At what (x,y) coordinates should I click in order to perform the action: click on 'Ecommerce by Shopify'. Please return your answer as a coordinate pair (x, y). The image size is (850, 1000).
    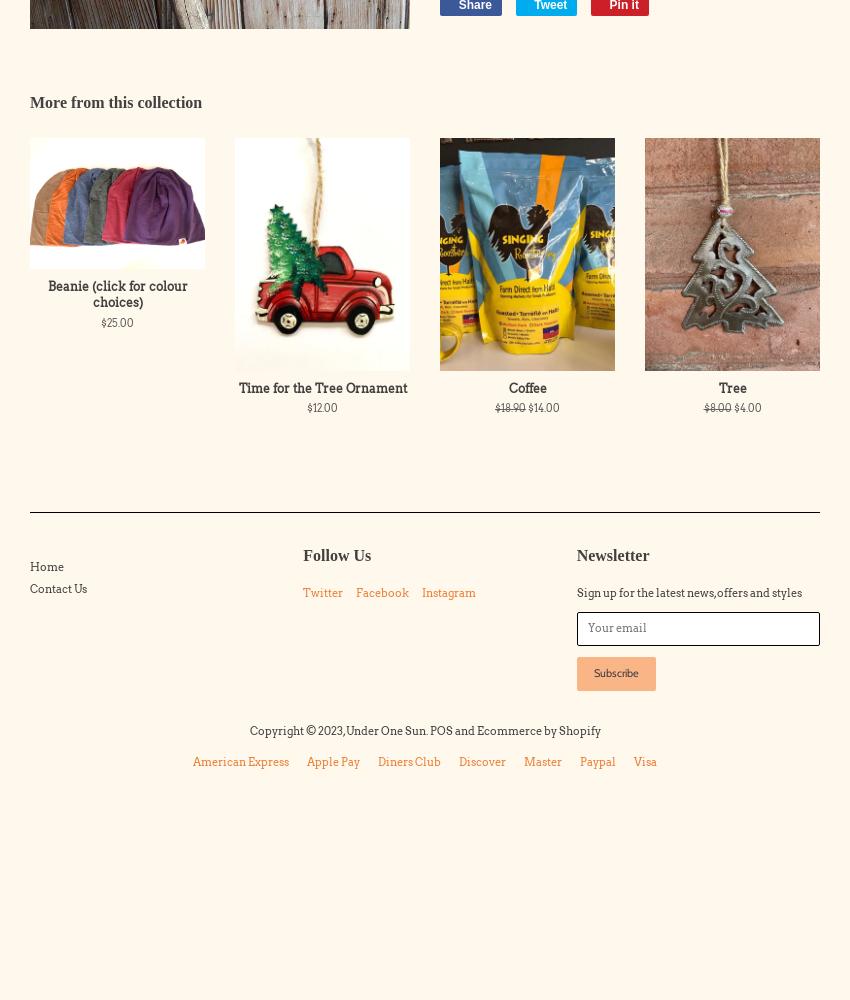
    Looking at the image, I should click on (536, 729).